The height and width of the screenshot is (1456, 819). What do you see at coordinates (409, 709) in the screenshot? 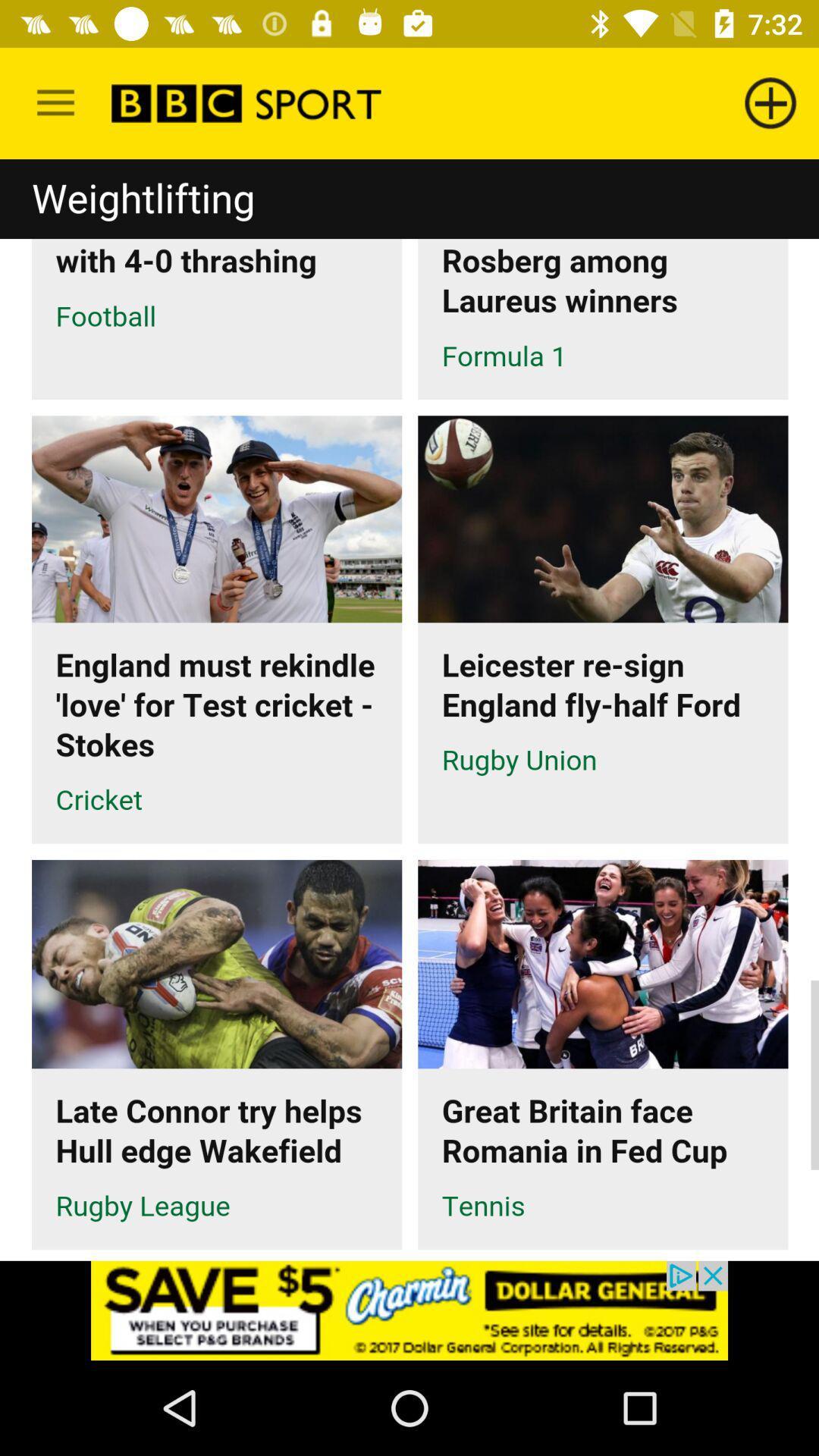
I see `news in sports` at bounding box center [409, 709].